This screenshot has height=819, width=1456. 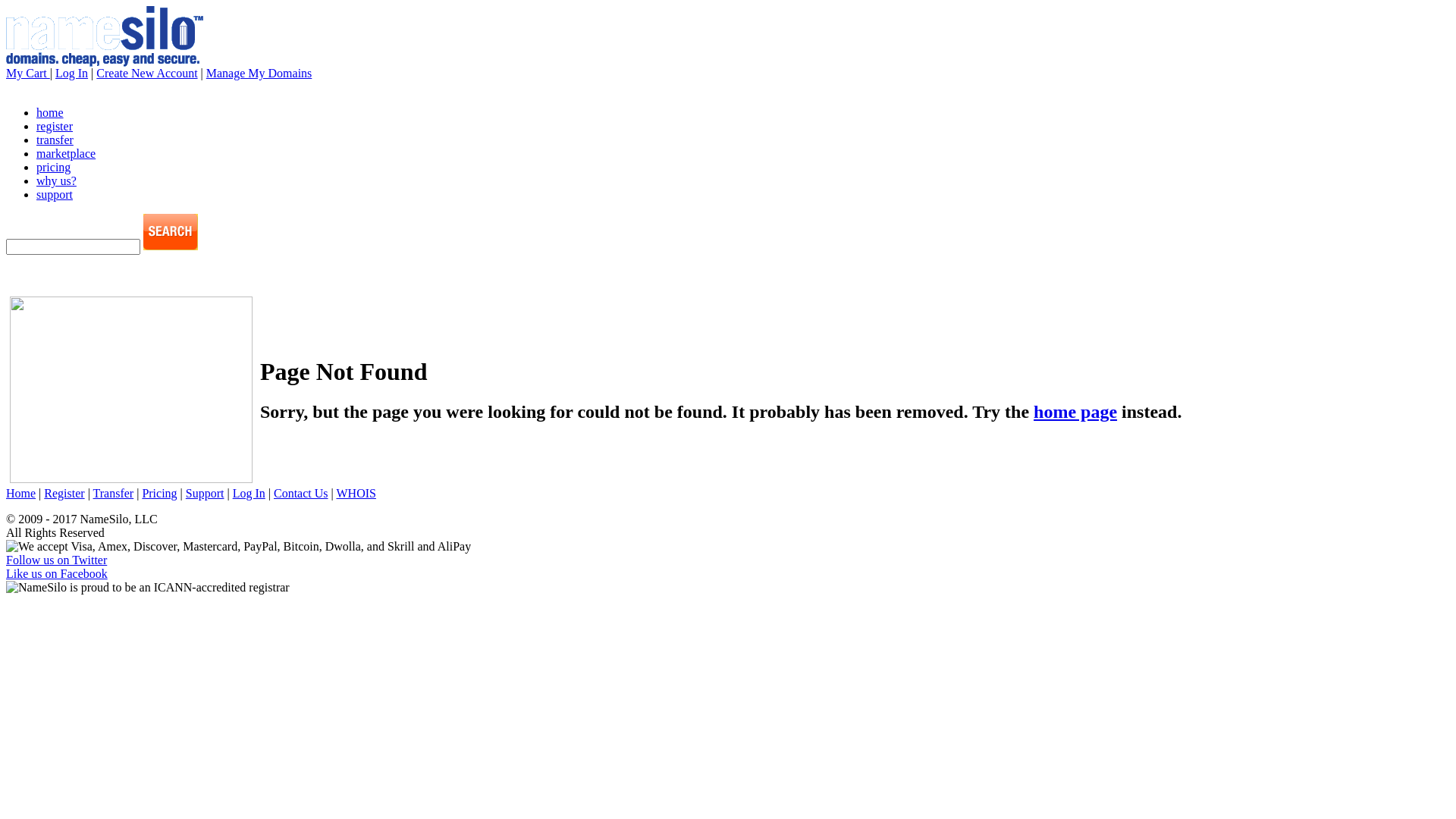 I want to click on 'Manage My Domains', so click(x=206, y=73).